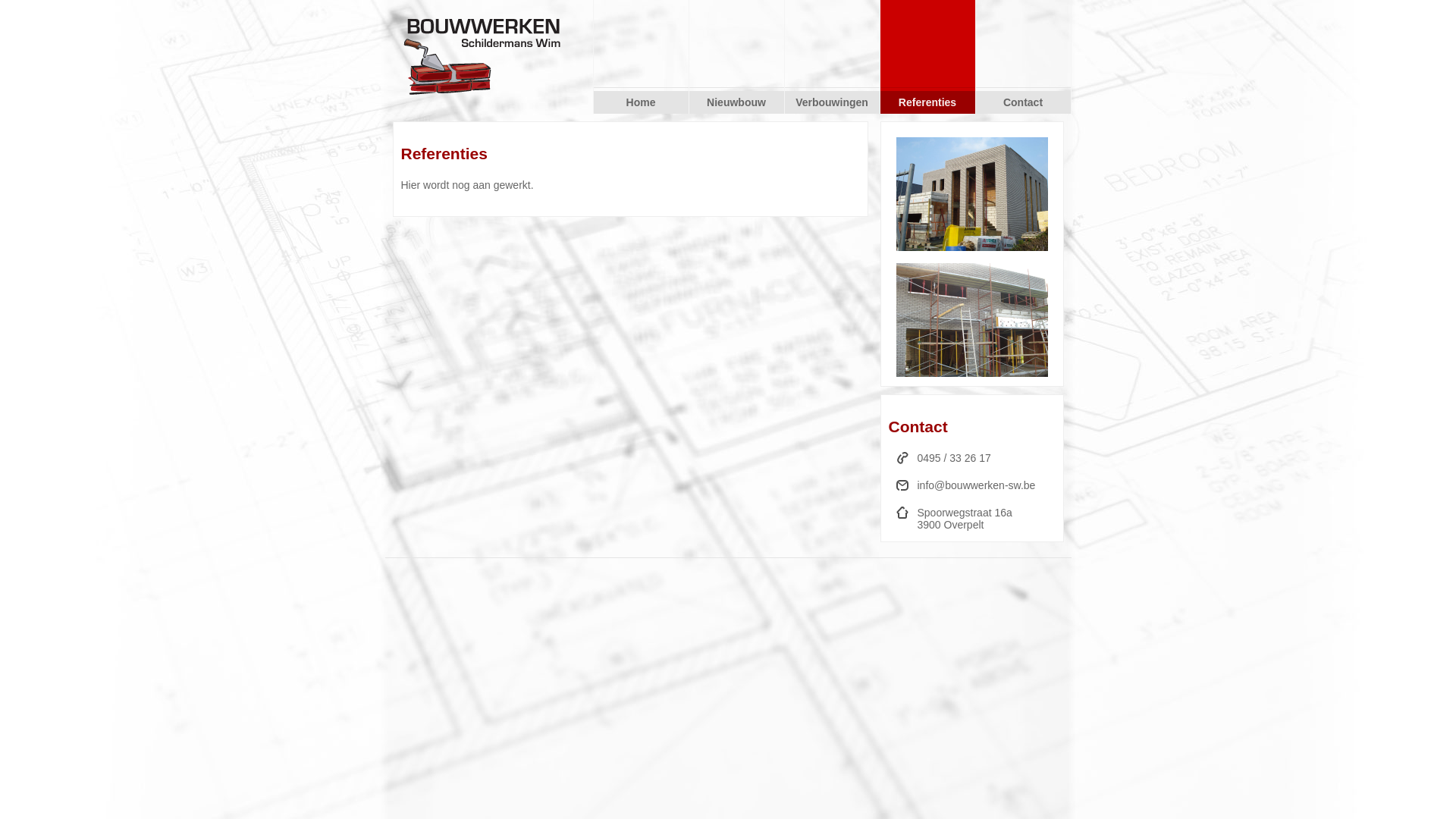 The height and width of the screenshot is (819, 1456). What do you see at coordinates (687, 102) in the screenshot?
I see `'Nieuwbouw'` at bounding box center [687, 102].